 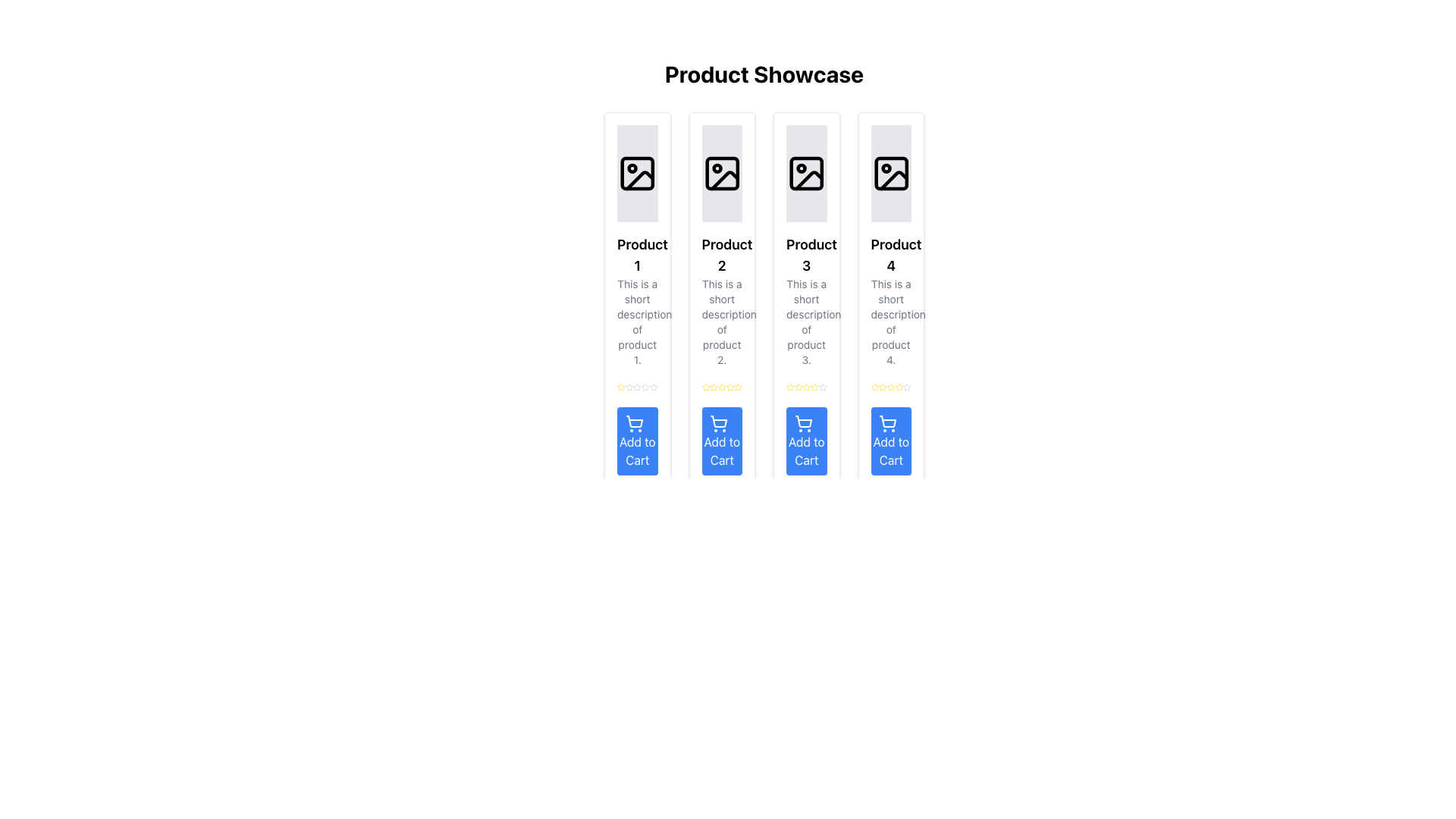 I want to click on the third star icon in the rating system under 'Product 3', which serves as a visual representation of a rating mechanism, so click(x=798, y=386).